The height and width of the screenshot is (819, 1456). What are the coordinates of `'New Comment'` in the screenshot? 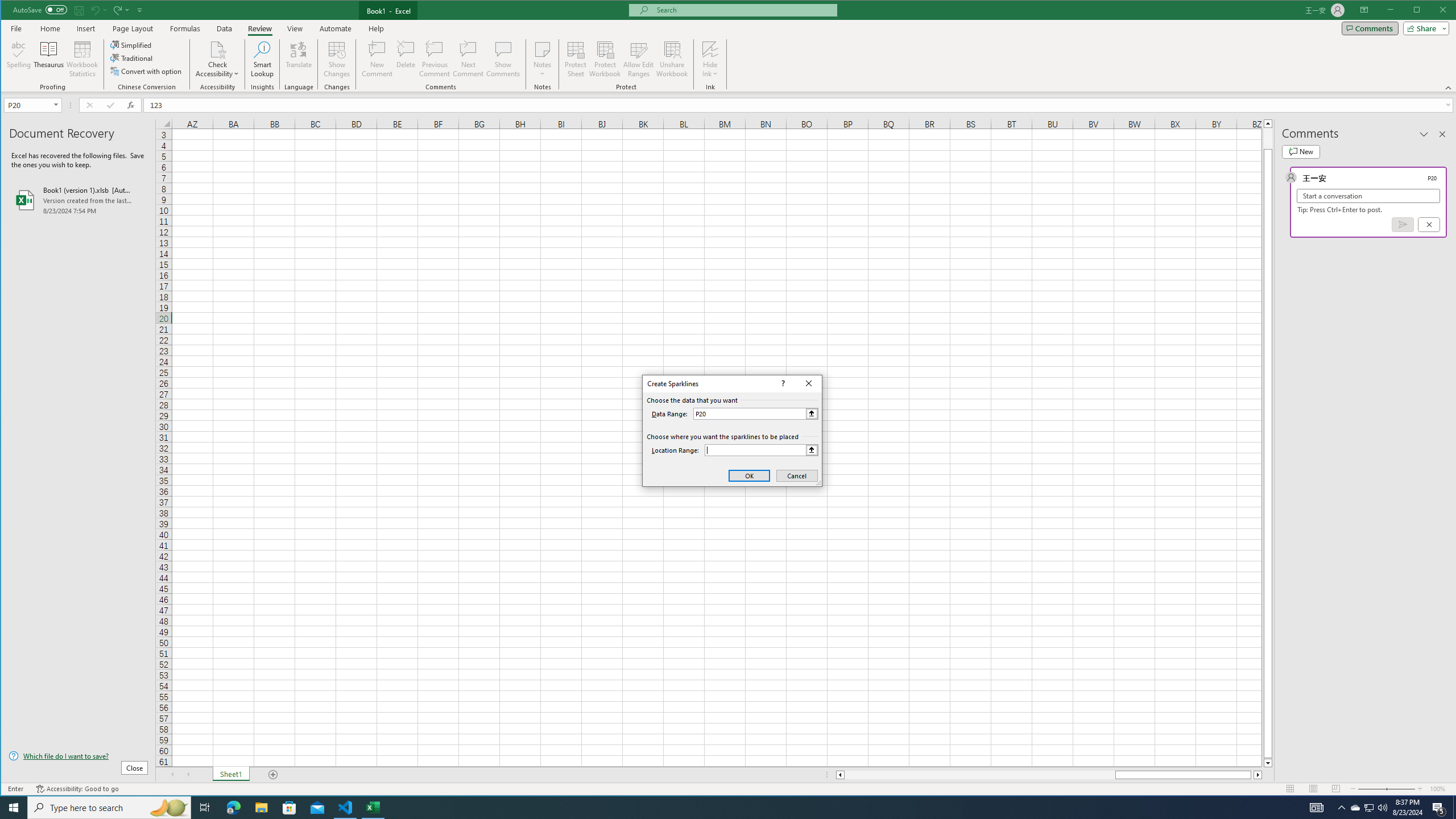 It's located at (378, 59).